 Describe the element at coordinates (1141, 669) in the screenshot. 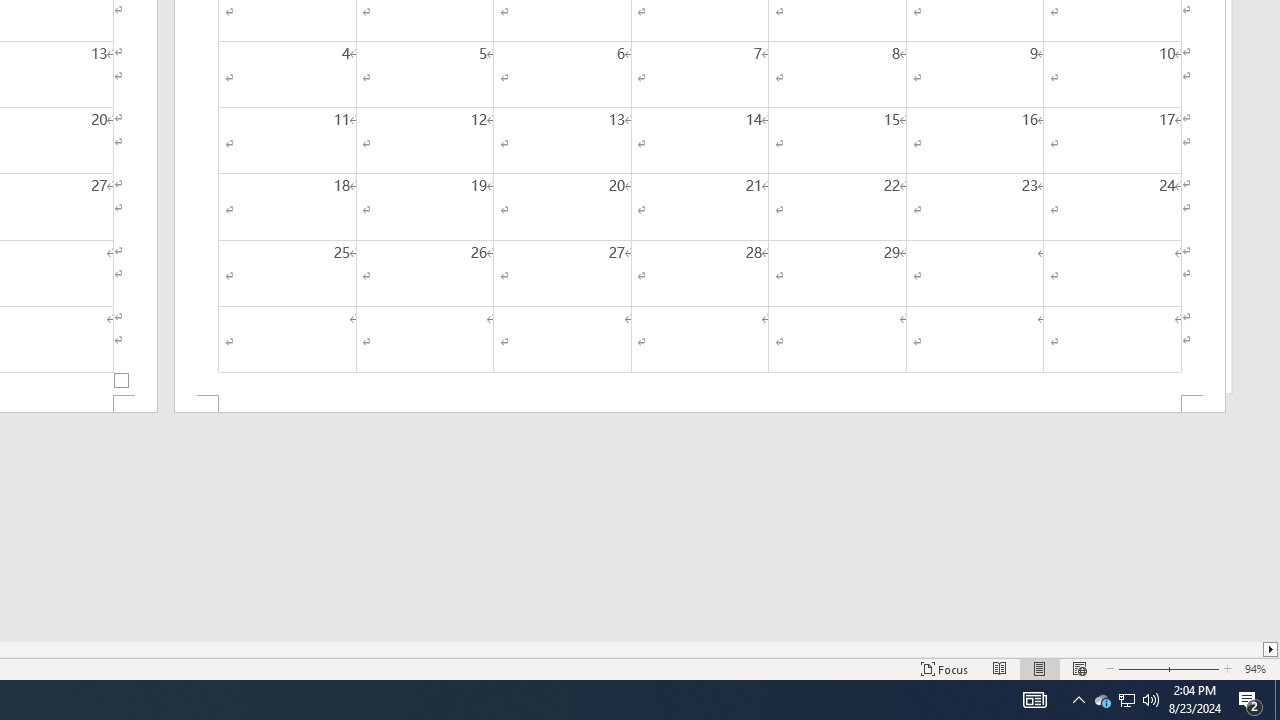

I see `'Zoom Out'` at that location.